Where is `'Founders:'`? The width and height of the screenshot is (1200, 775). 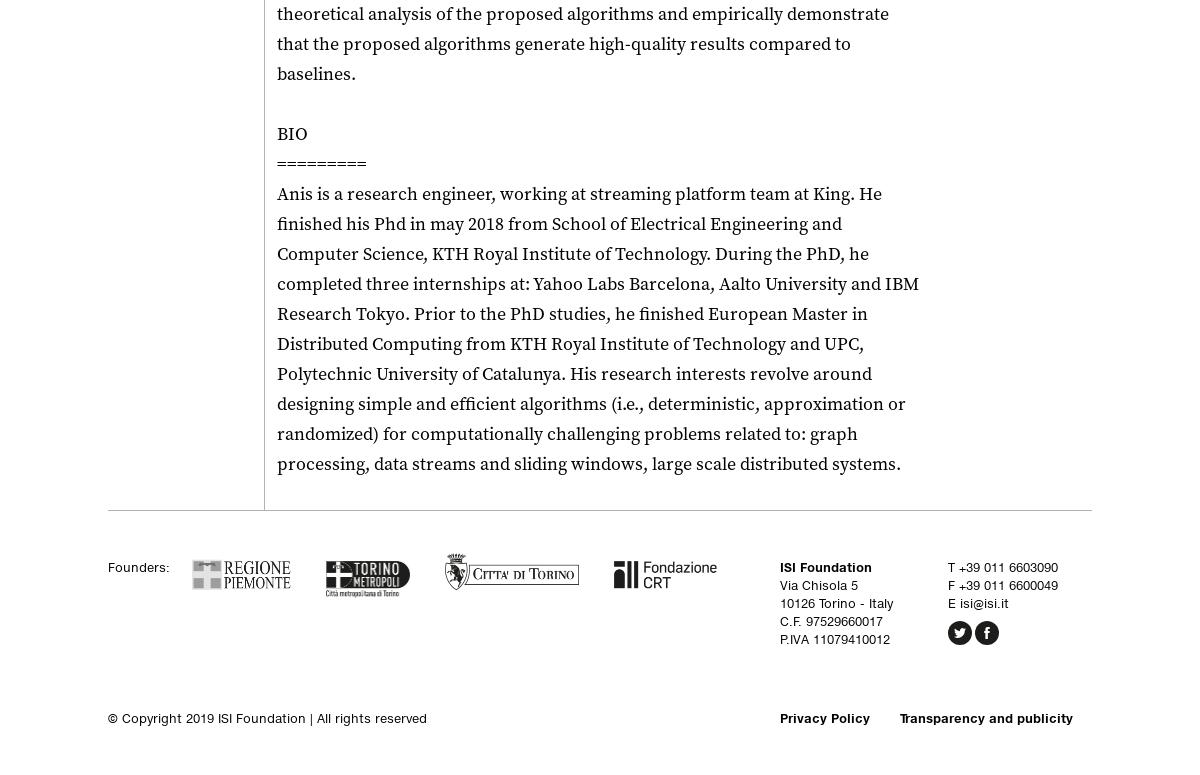 'Founders:' is located at coordinates (138, 566).